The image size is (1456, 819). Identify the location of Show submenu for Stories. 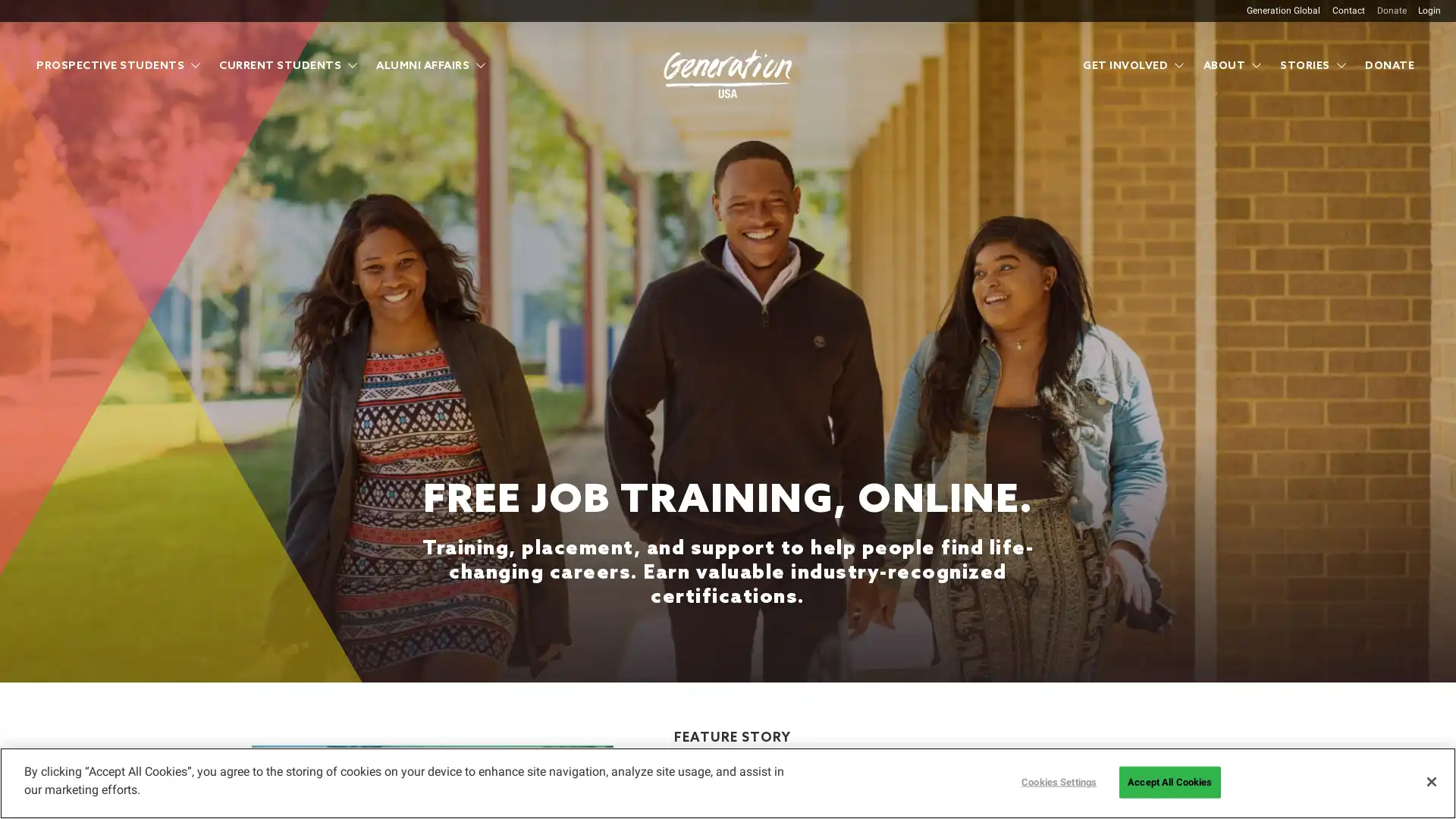
(1340, 64).